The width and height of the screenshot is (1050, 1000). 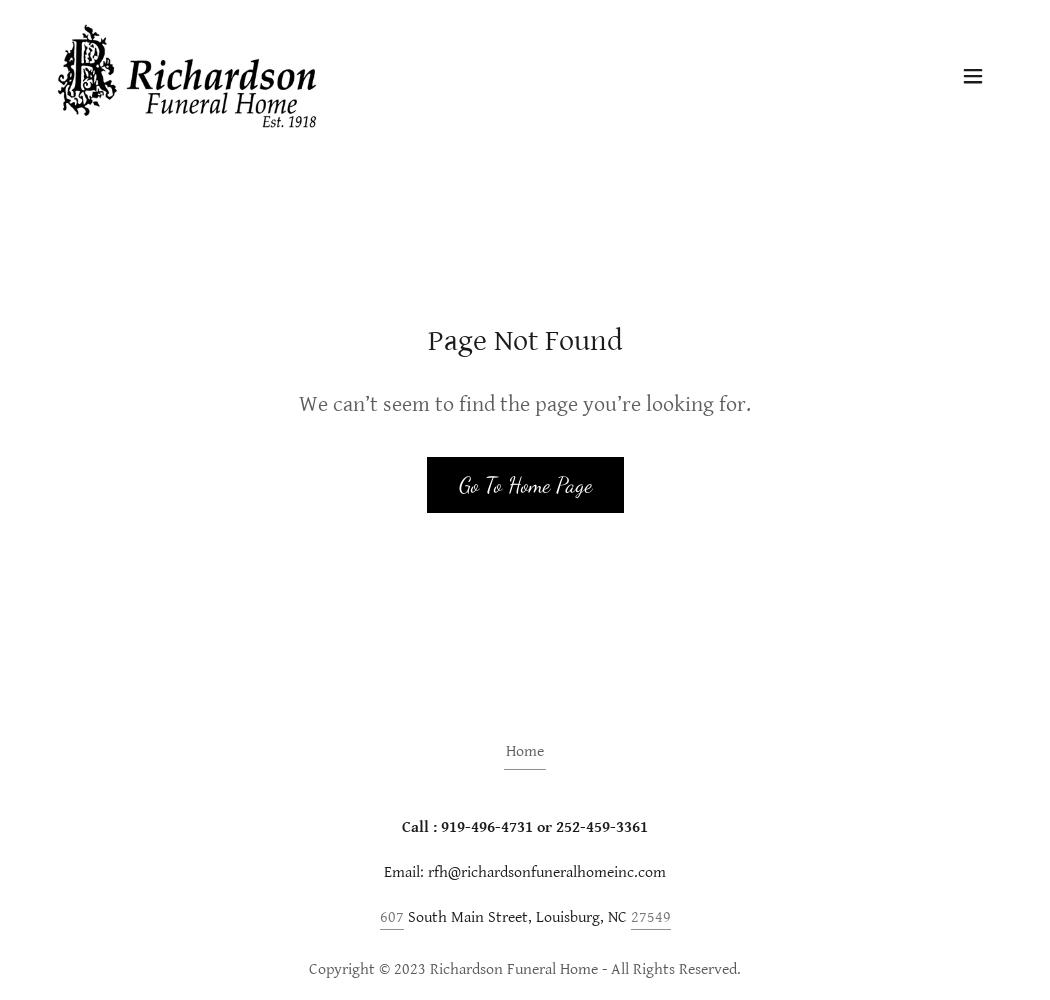 What do you see at coordinates (515, 916) in the screenshot?
I see `'South Main Street, Louisburg, NC'` at bounding box center [515, 916].